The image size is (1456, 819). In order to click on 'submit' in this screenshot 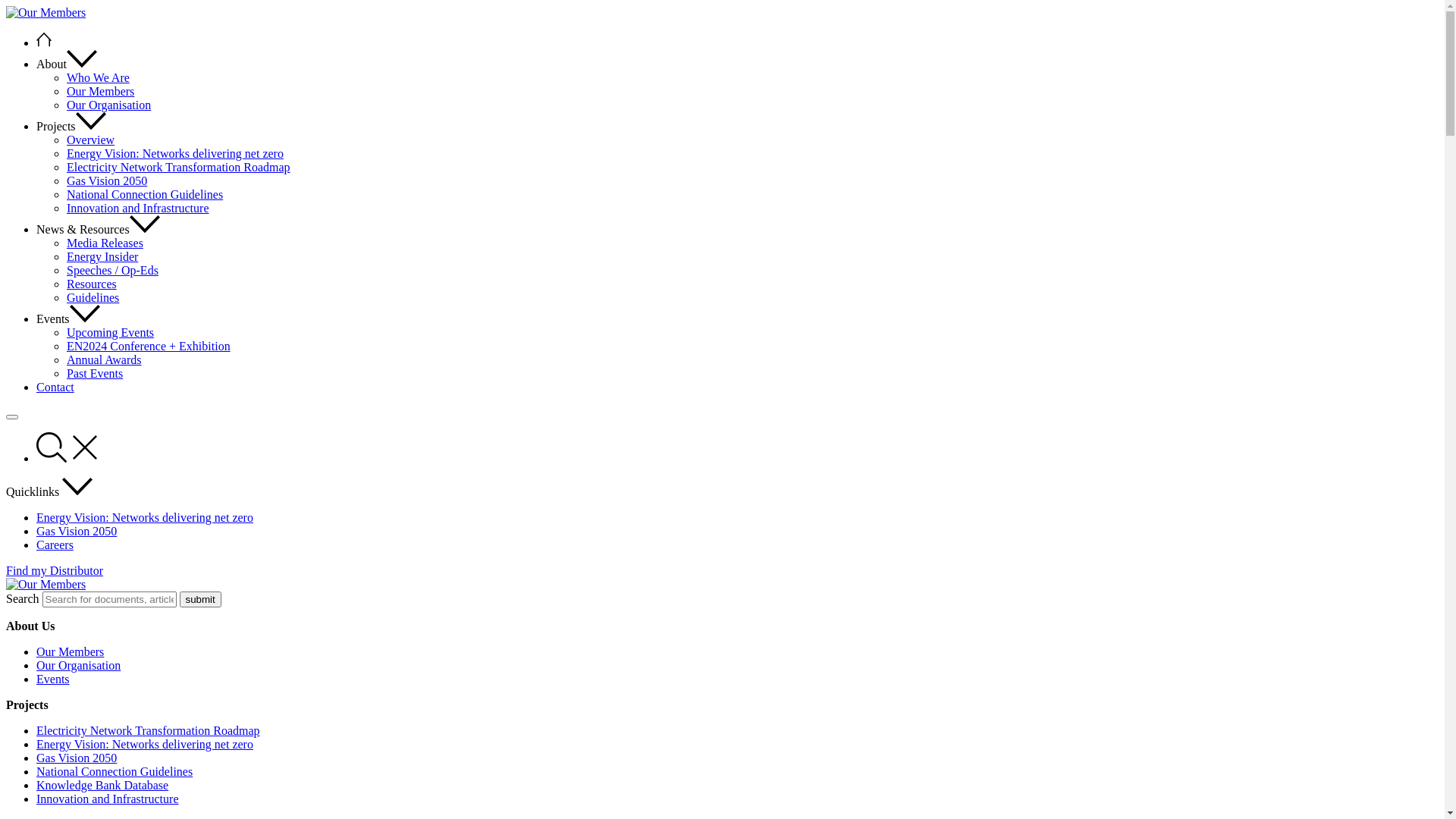, I will do `click(199, 598)`.